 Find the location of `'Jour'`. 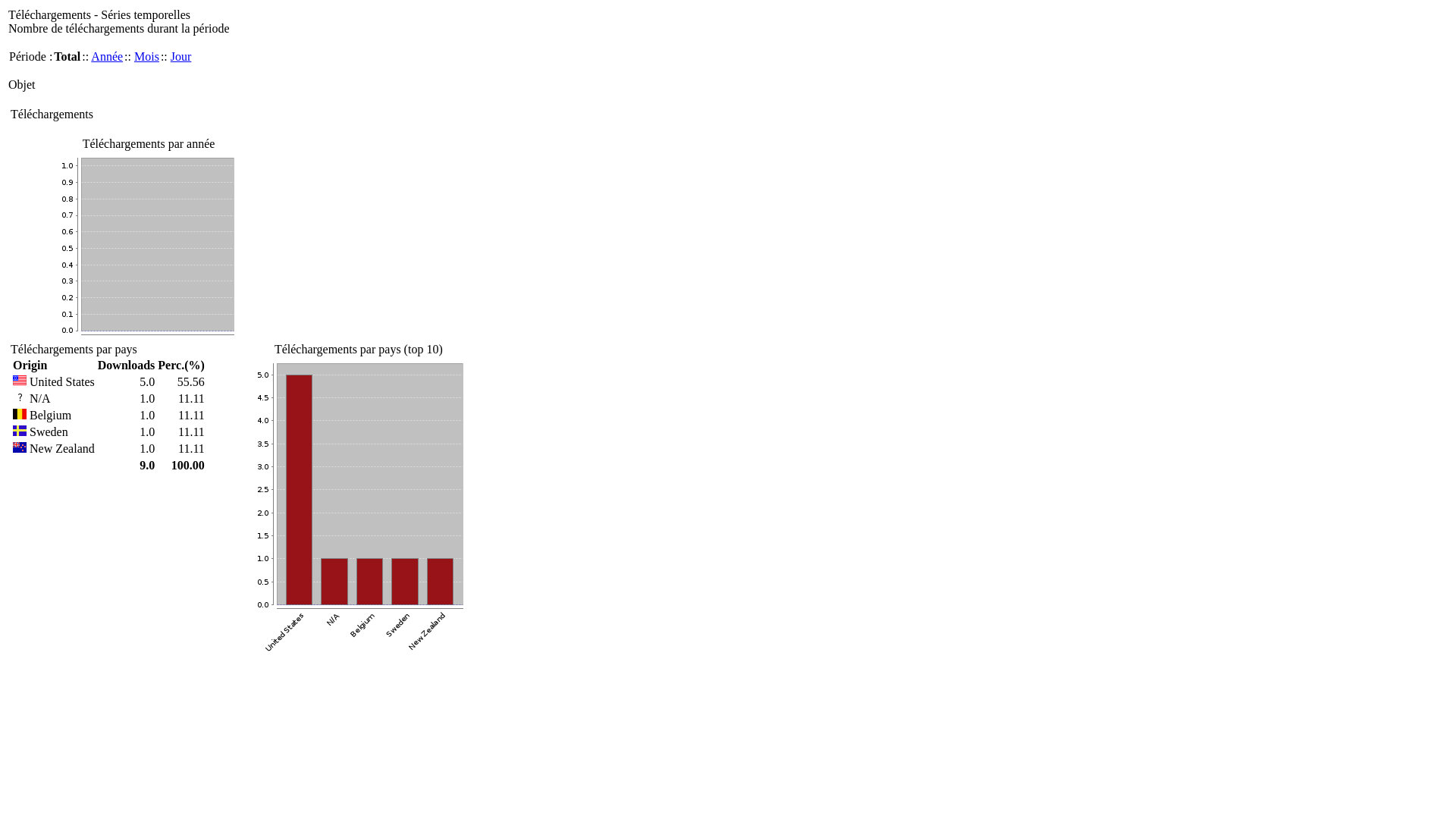

'Jour' is located at coordinates (181, 55).